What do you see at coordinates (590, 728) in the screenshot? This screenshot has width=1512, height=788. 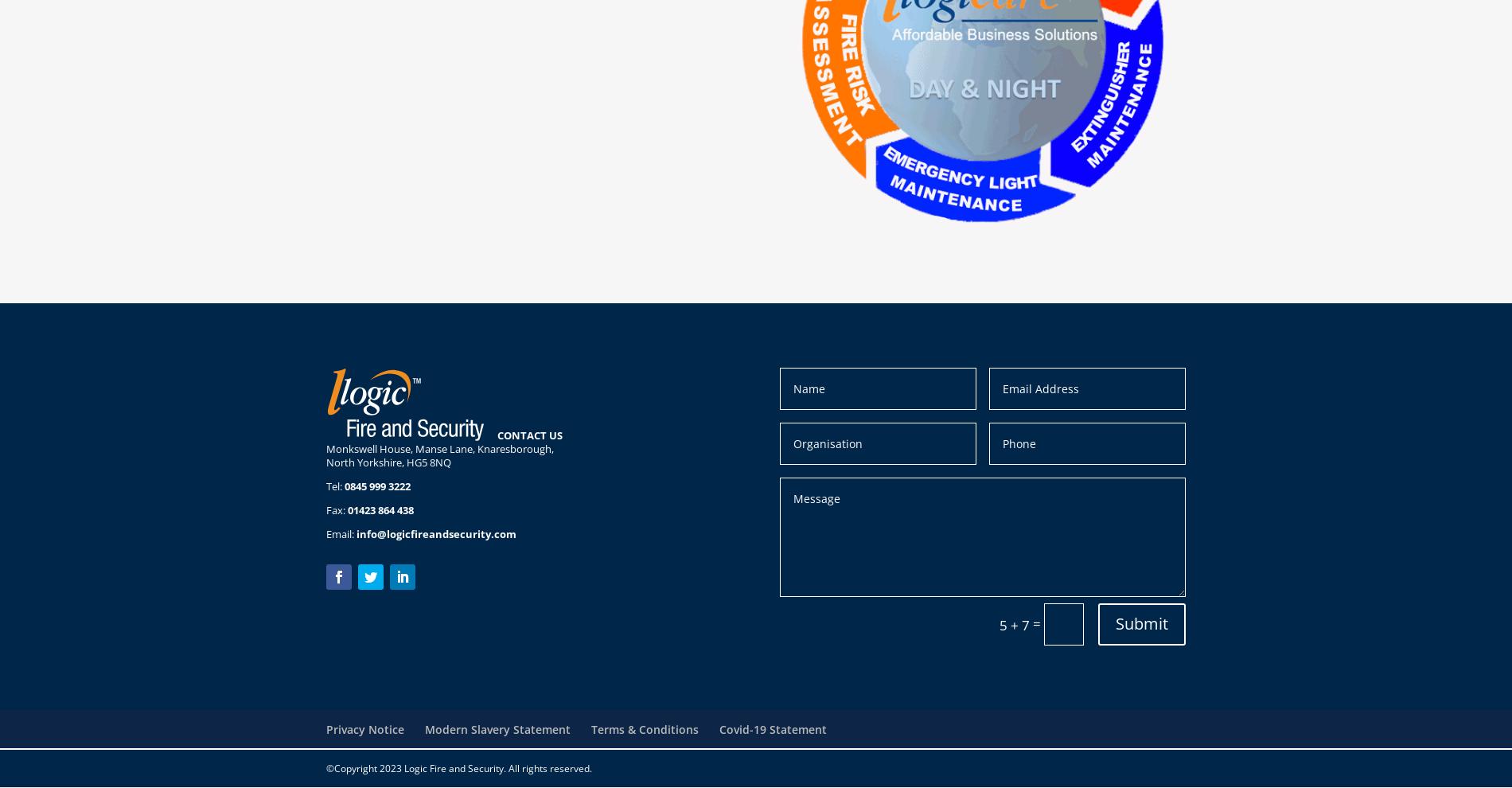 I see `'Terms & Conditions'` at bounding box center [590, 728].